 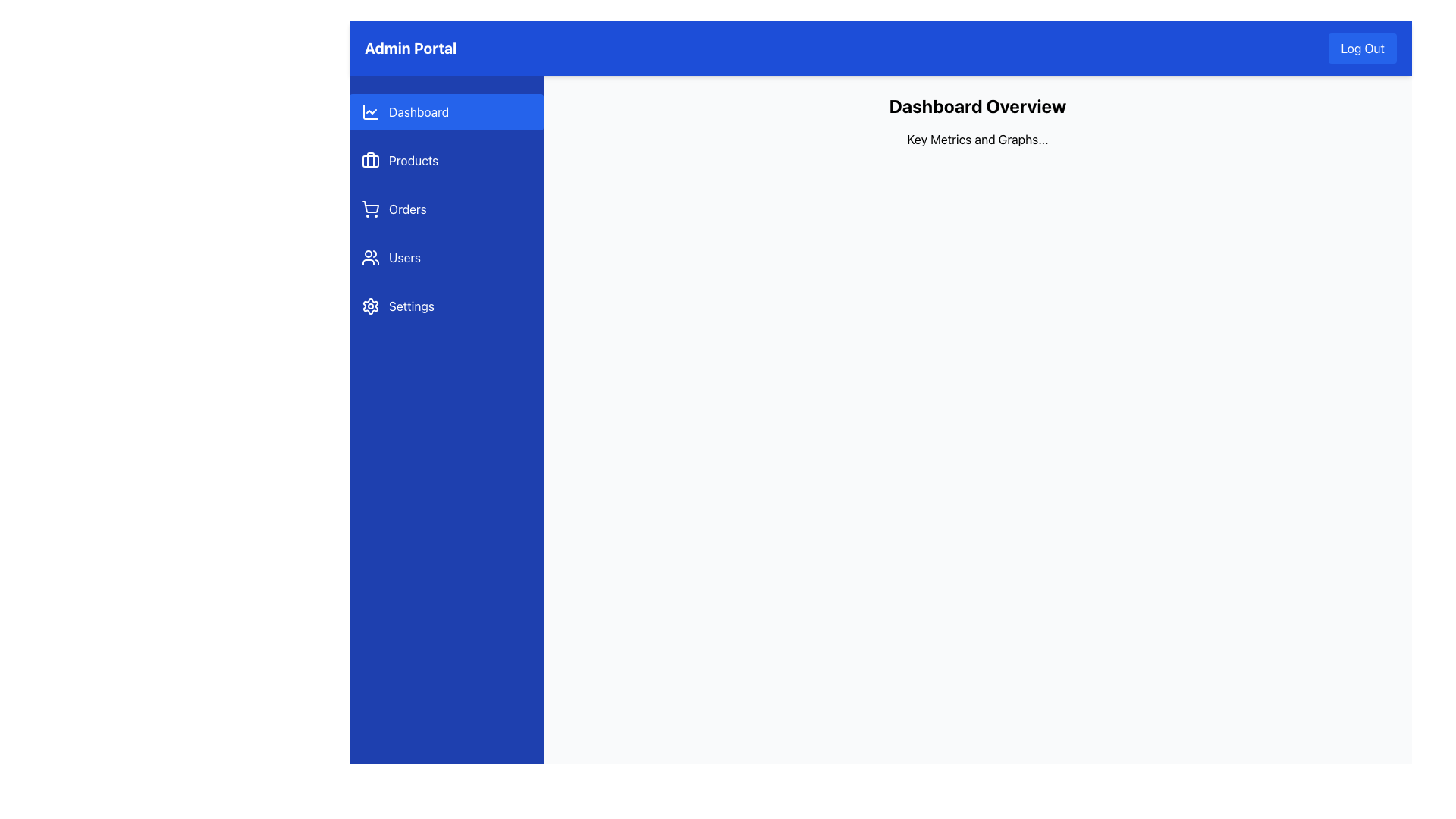 What do you see at coordinates (371, 306) in the screenshot?
I see `the cog icon in the left navigation bar labeled 'Settings'` at bounding box center [371, 306].